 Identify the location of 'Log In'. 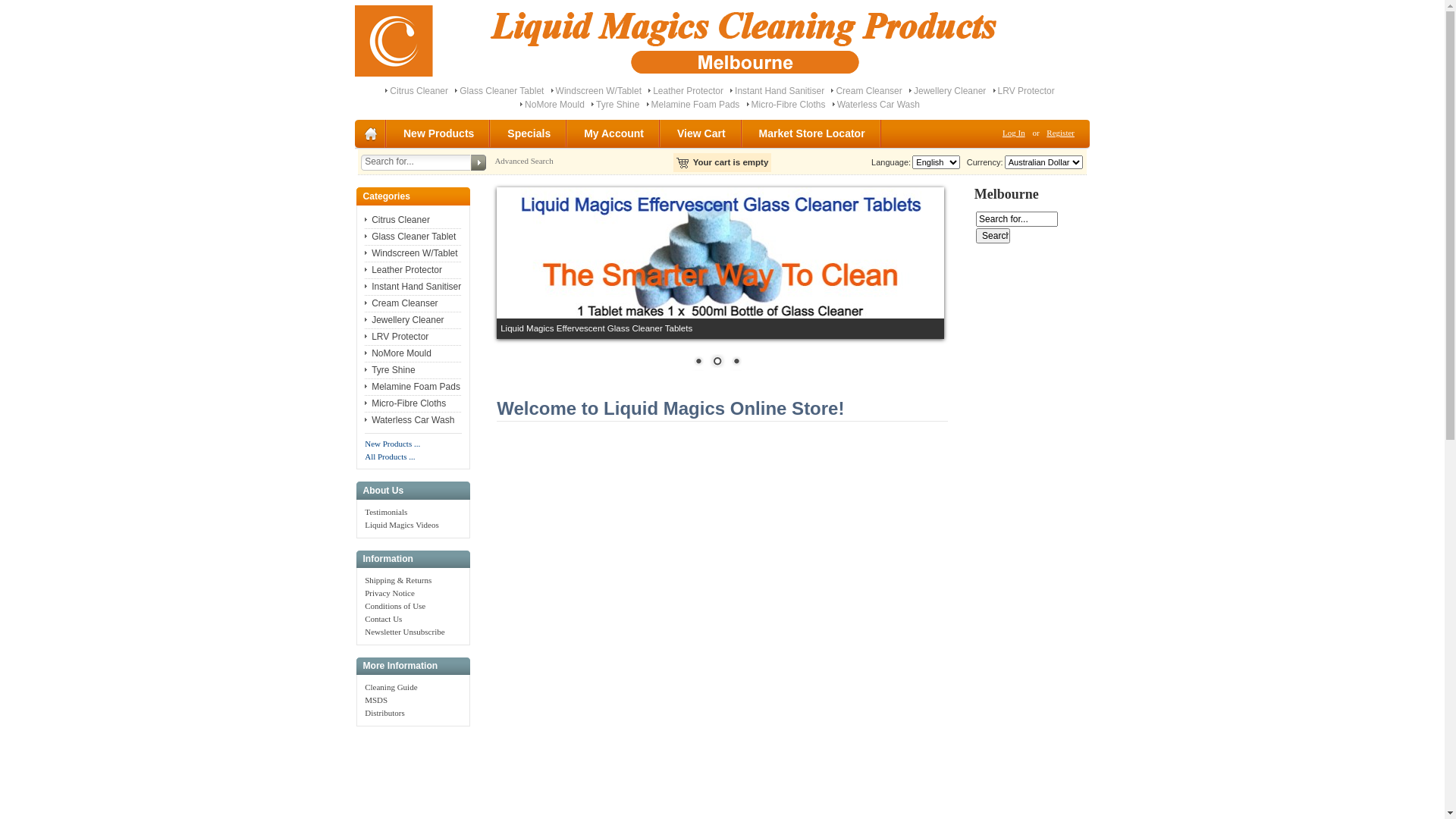
(1014, 131).